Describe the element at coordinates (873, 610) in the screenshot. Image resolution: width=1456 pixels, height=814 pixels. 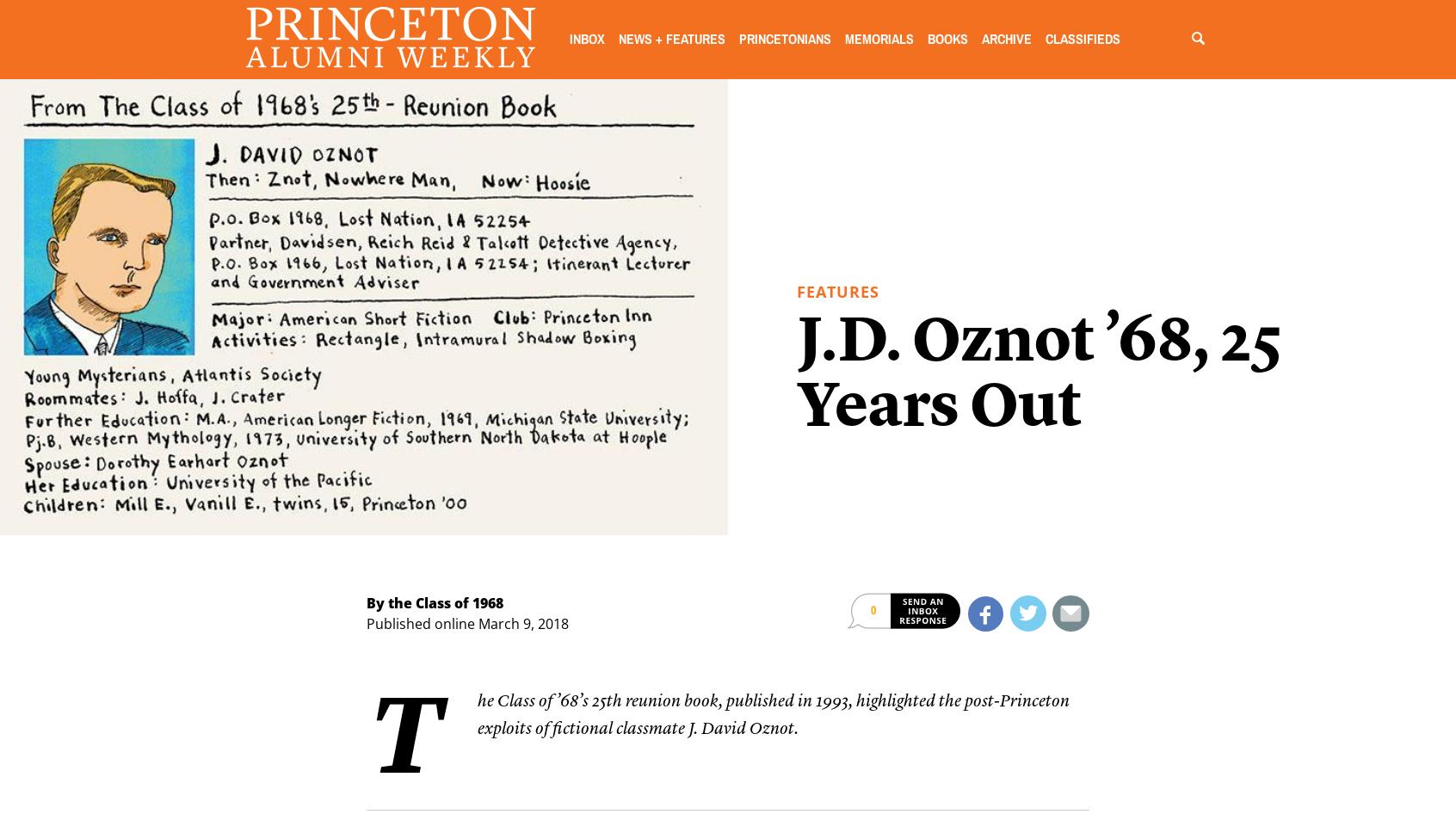
I see `'0'` at that location.